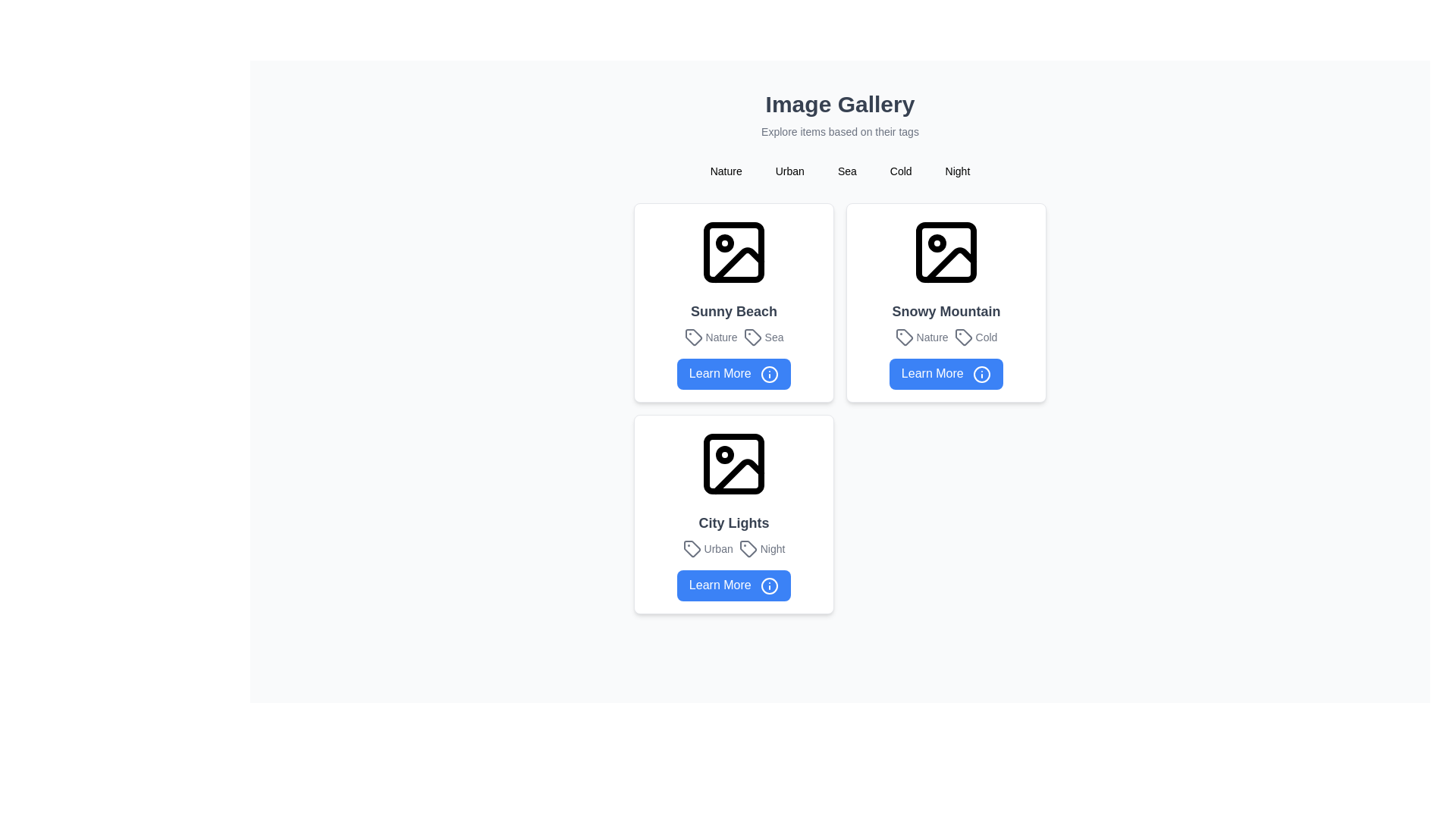 The height and width of the screenshot is (819, 1456). What do you see at coordinates (734, 311) in the screenshot?
I see `text content of the label displaying 'Sunny Beach', which is prominently styled in bold, large font and dark gray color, located within the leftmost item card above the 'Learn More' button` at bounding box center [734, 311].